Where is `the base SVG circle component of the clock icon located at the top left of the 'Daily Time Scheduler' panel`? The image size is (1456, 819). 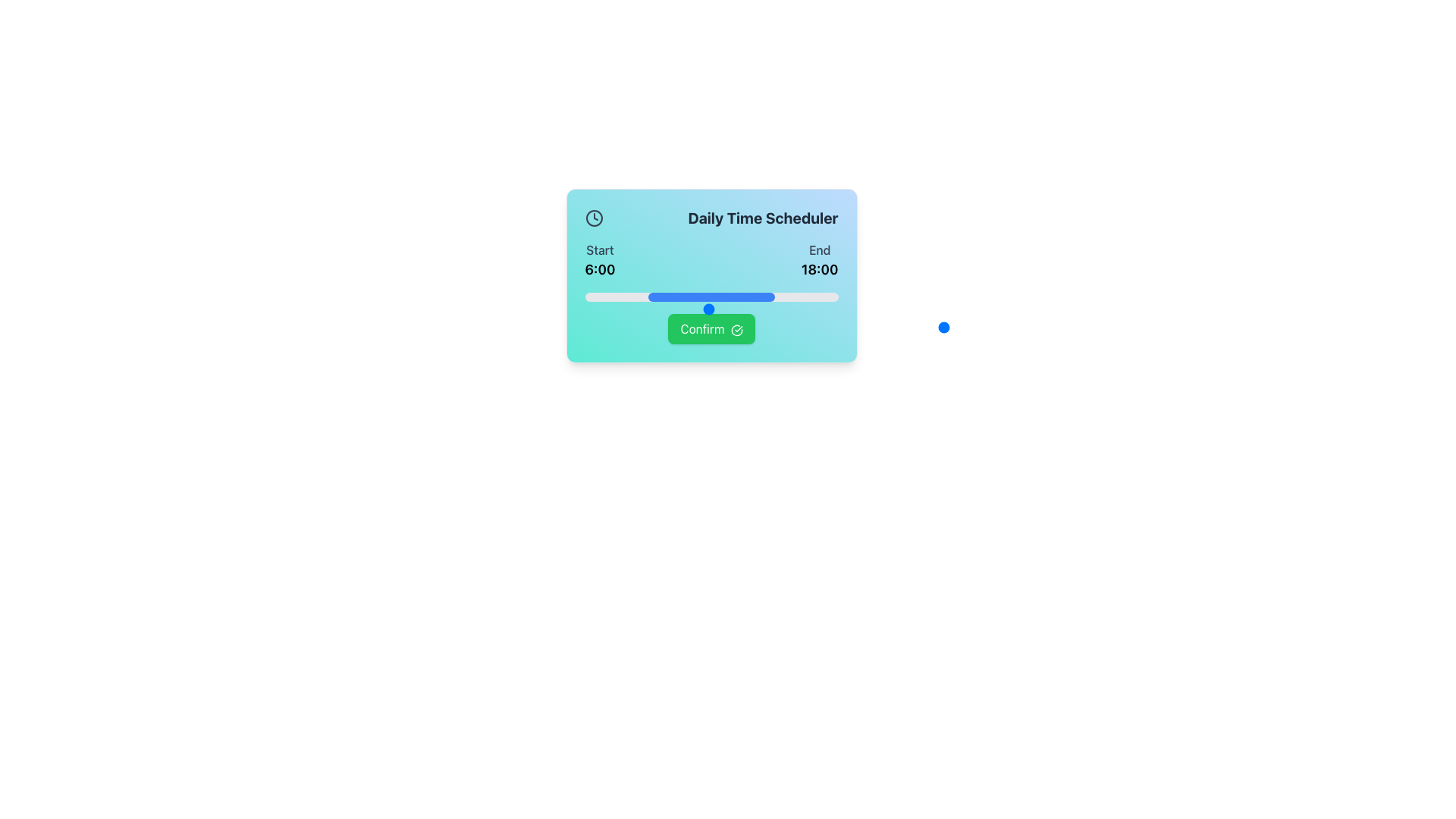
the base SVG circle component of the clock icon located at the top left of the 'Daily Time Scheduler' panel is located at coordinates (593, 218).